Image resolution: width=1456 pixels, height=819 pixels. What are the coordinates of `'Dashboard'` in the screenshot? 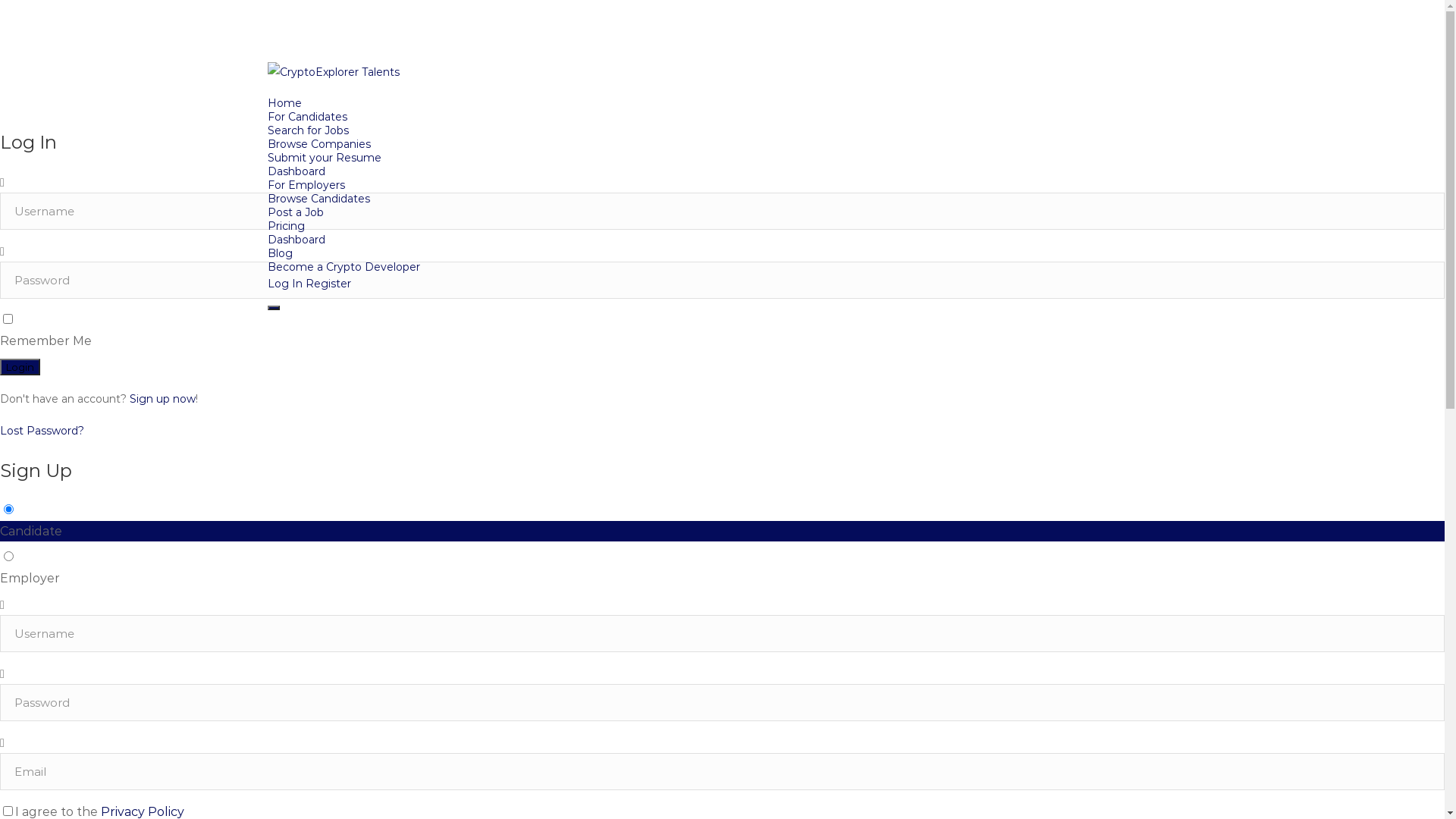 It's located at (295, 239).